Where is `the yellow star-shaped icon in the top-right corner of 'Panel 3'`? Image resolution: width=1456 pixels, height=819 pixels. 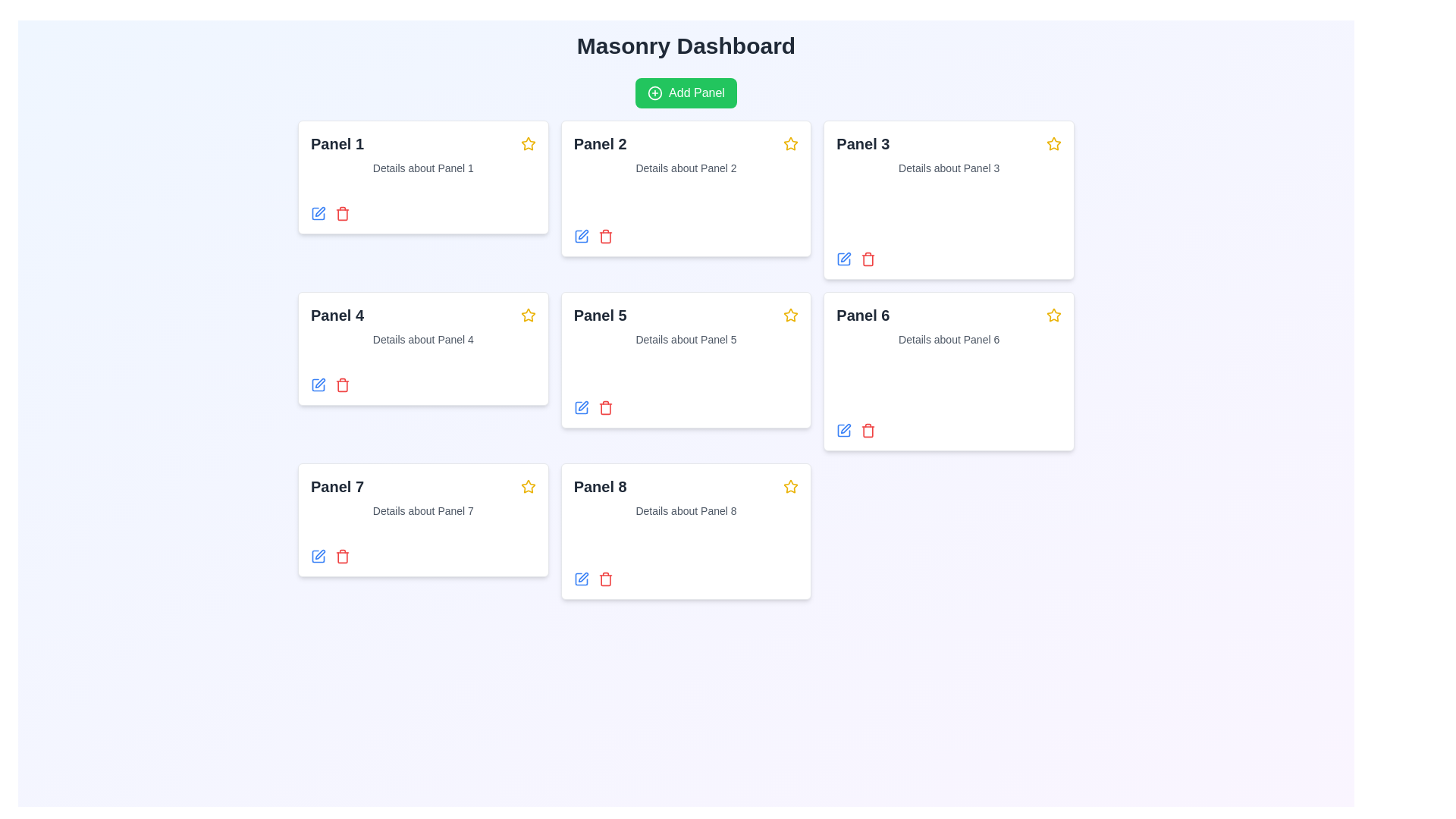 the yellow star-shaped icon in the top-right corner of 'Panel 3' is located at coordinates (1052, 143).